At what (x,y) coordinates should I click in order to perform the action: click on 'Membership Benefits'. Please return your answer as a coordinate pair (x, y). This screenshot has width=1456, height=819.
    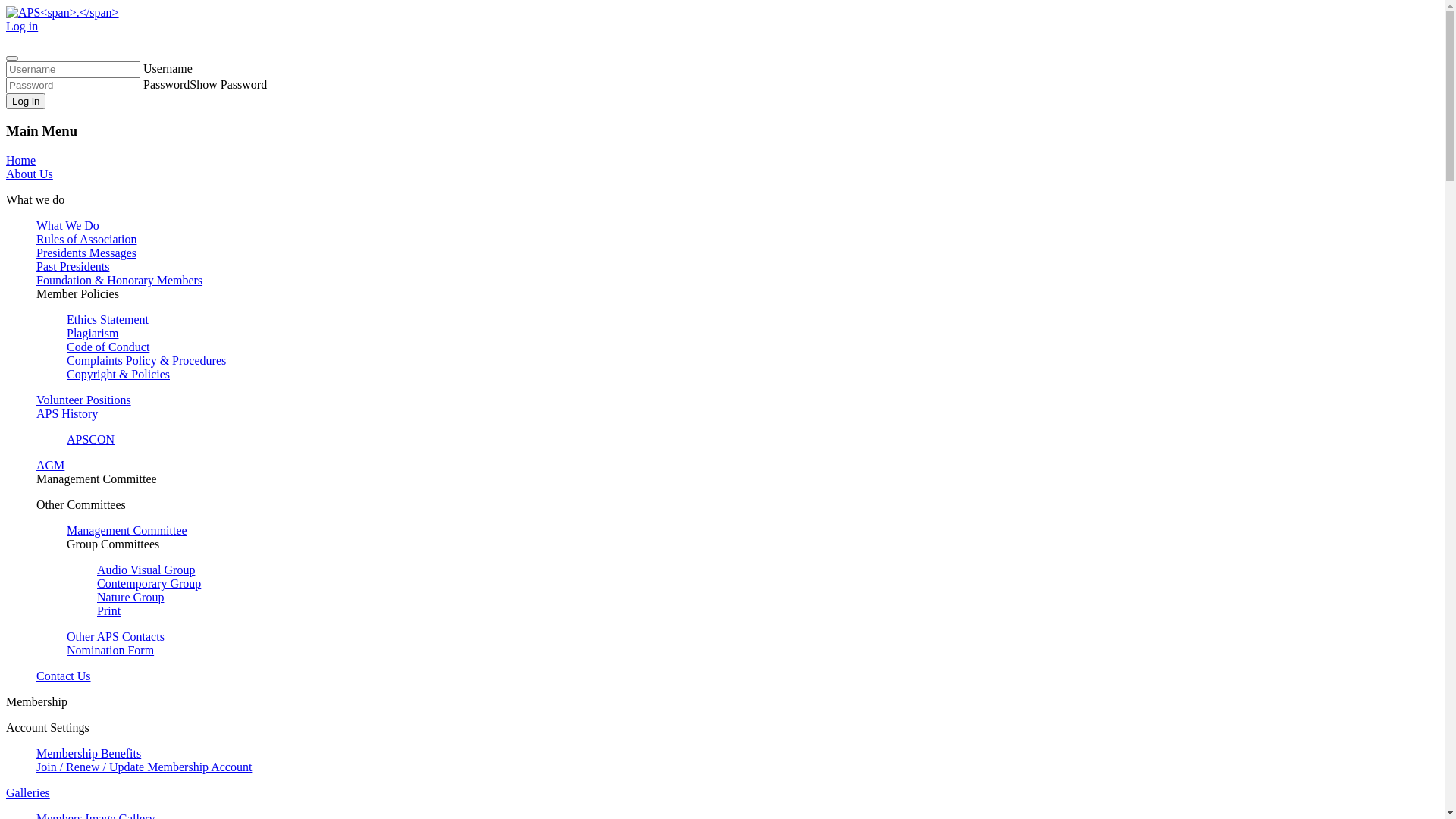
    Looking at the image, I should click on (87, 753).